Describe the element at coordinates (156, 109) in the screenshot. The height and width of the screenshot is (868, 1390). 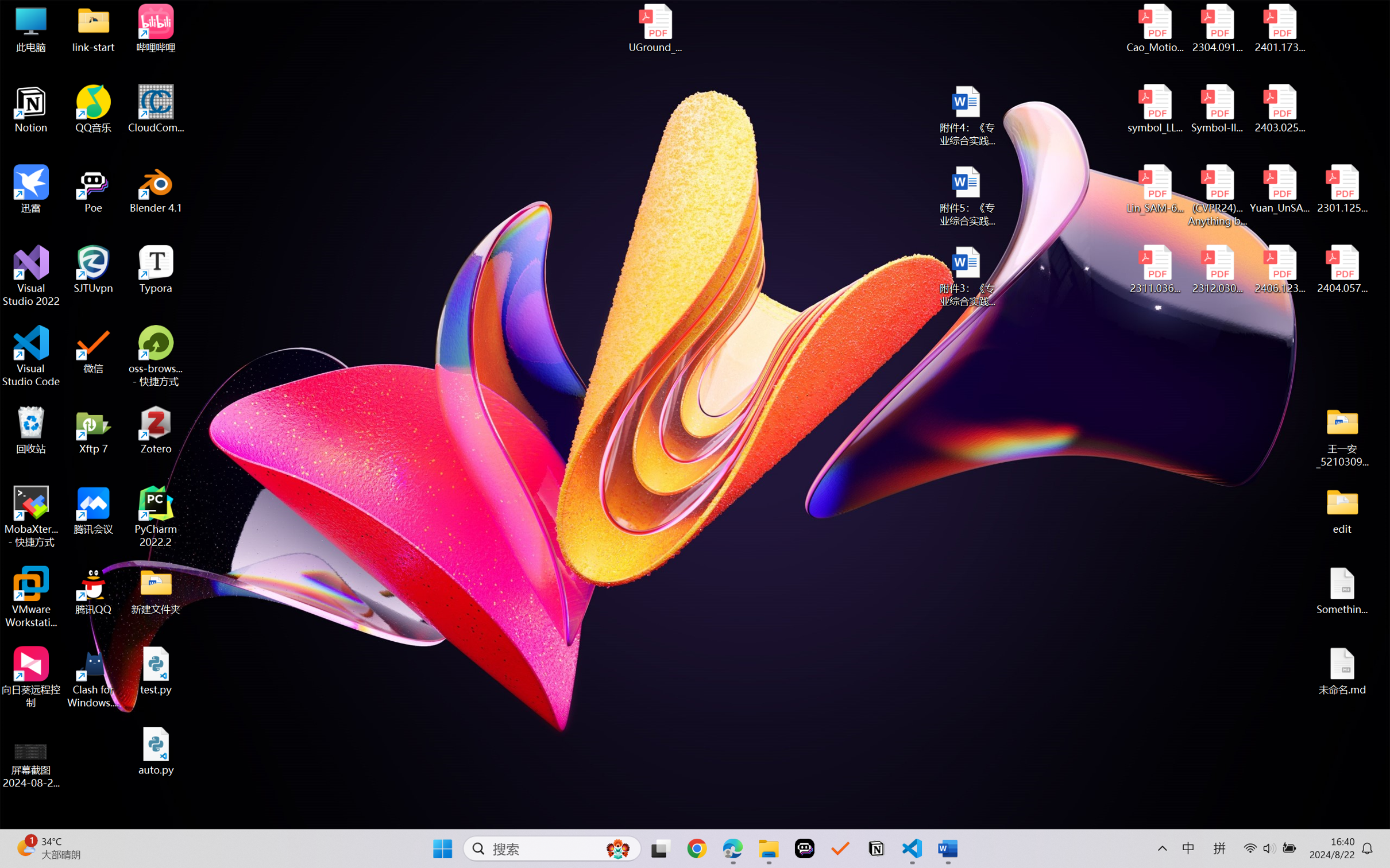
I see `'CloudCompare'` at that location.